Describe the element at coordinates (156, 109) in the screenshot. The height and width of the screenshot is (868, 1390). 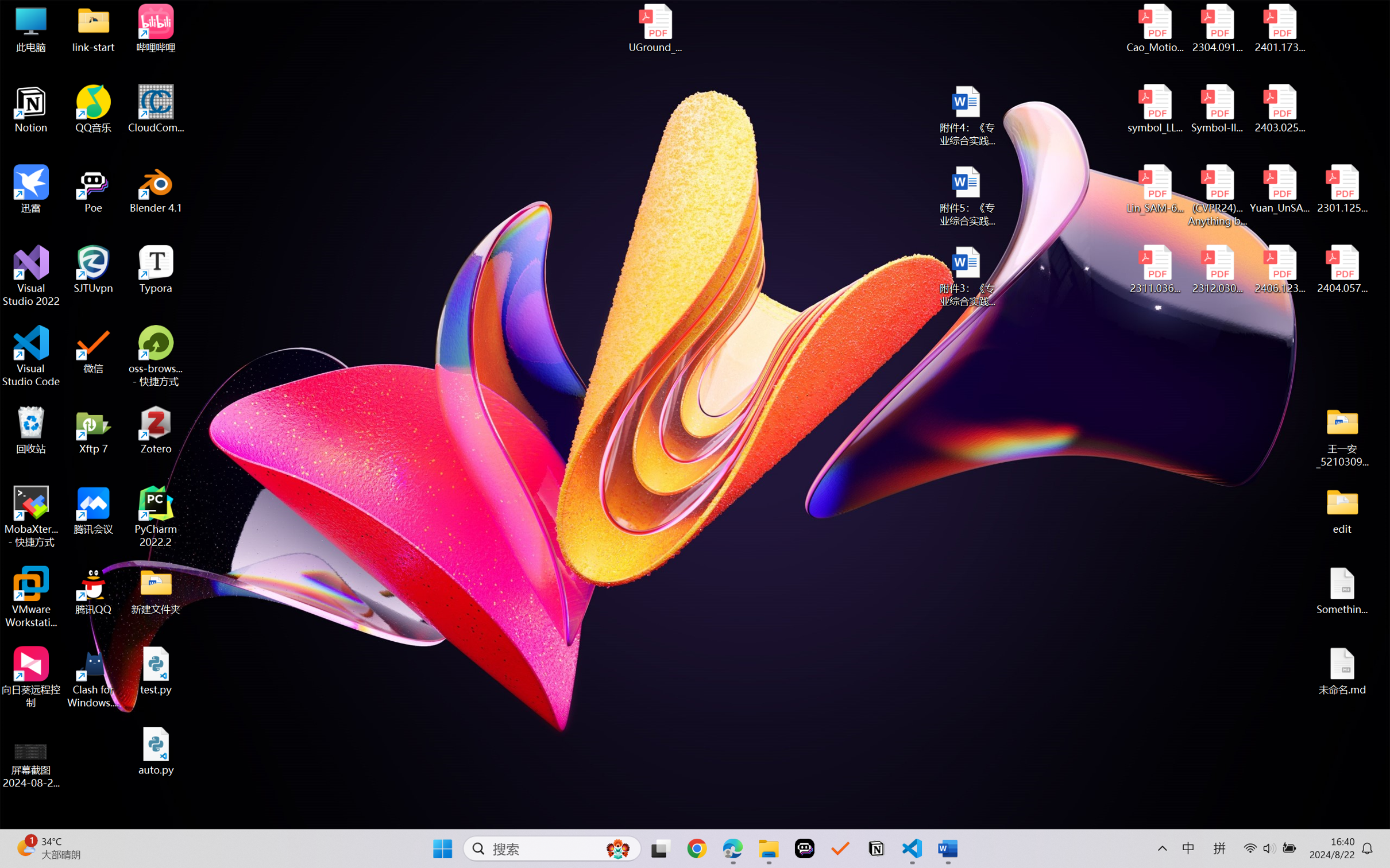
I see `'CloudCompare'` at that location.